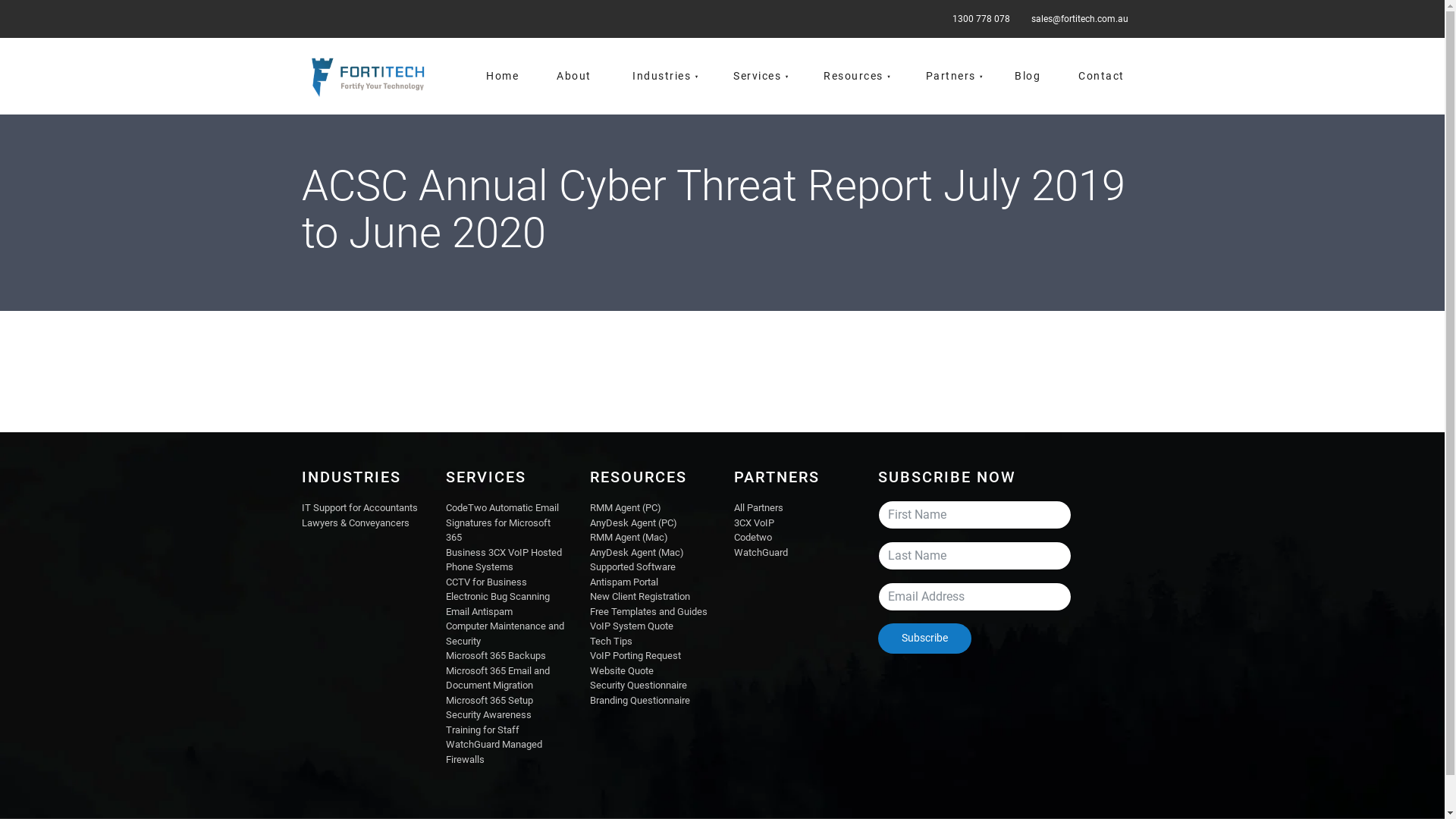 The height and width of the screenshot is (819, 1456). Describe the element at coordinates (633, 522) in the screenshot. I see `'AnyDesk Agent (PC)'` at that location.